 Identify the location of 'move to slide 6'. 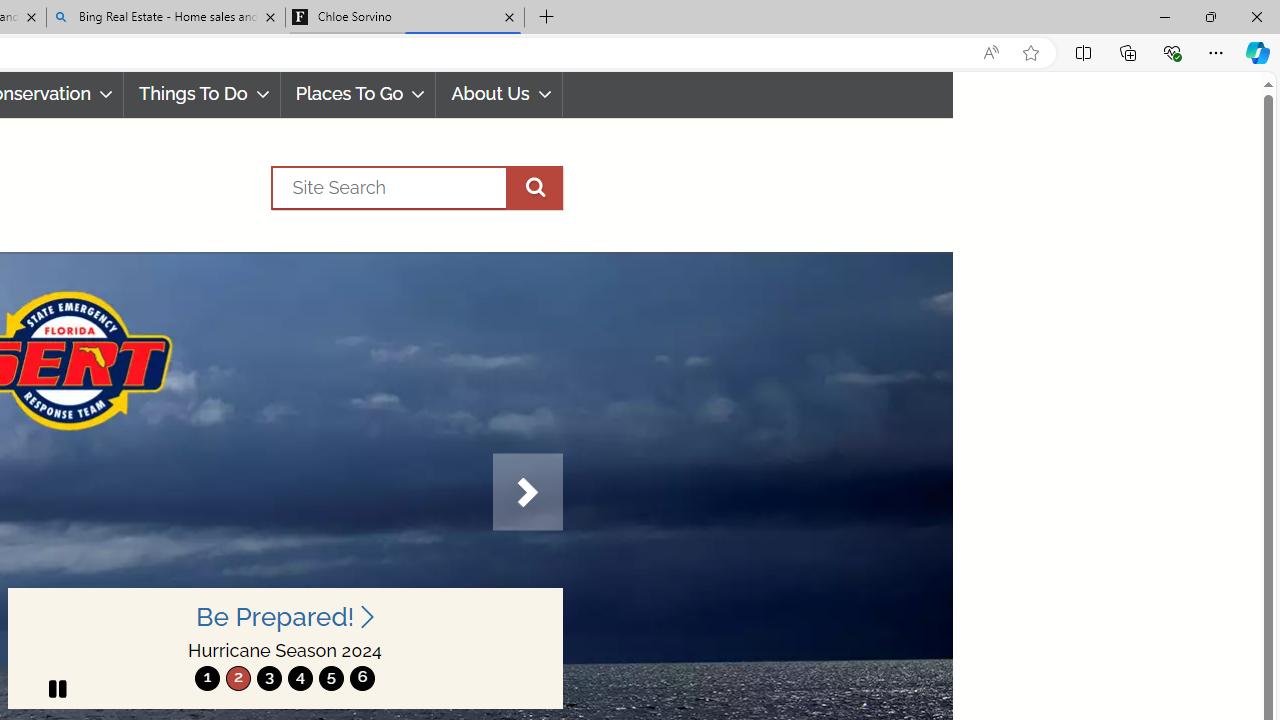
(362, 677).